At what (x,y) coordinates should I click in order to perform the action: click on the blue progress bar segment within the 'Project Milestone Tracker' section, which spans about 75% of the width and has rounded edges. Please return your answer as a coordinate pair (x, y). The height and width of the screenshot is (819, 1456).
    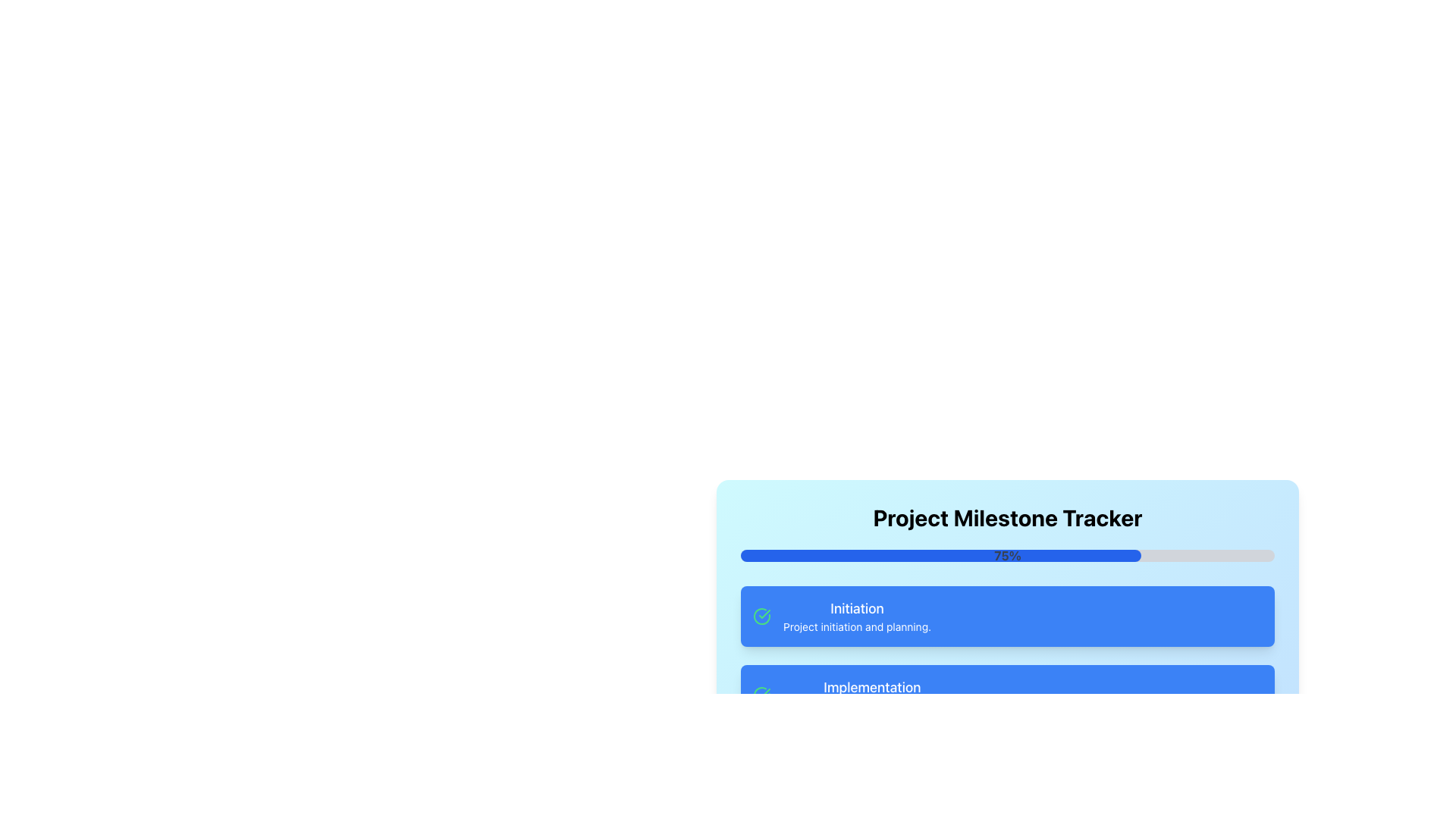
    Looking at the image, I should click on (940, 555).